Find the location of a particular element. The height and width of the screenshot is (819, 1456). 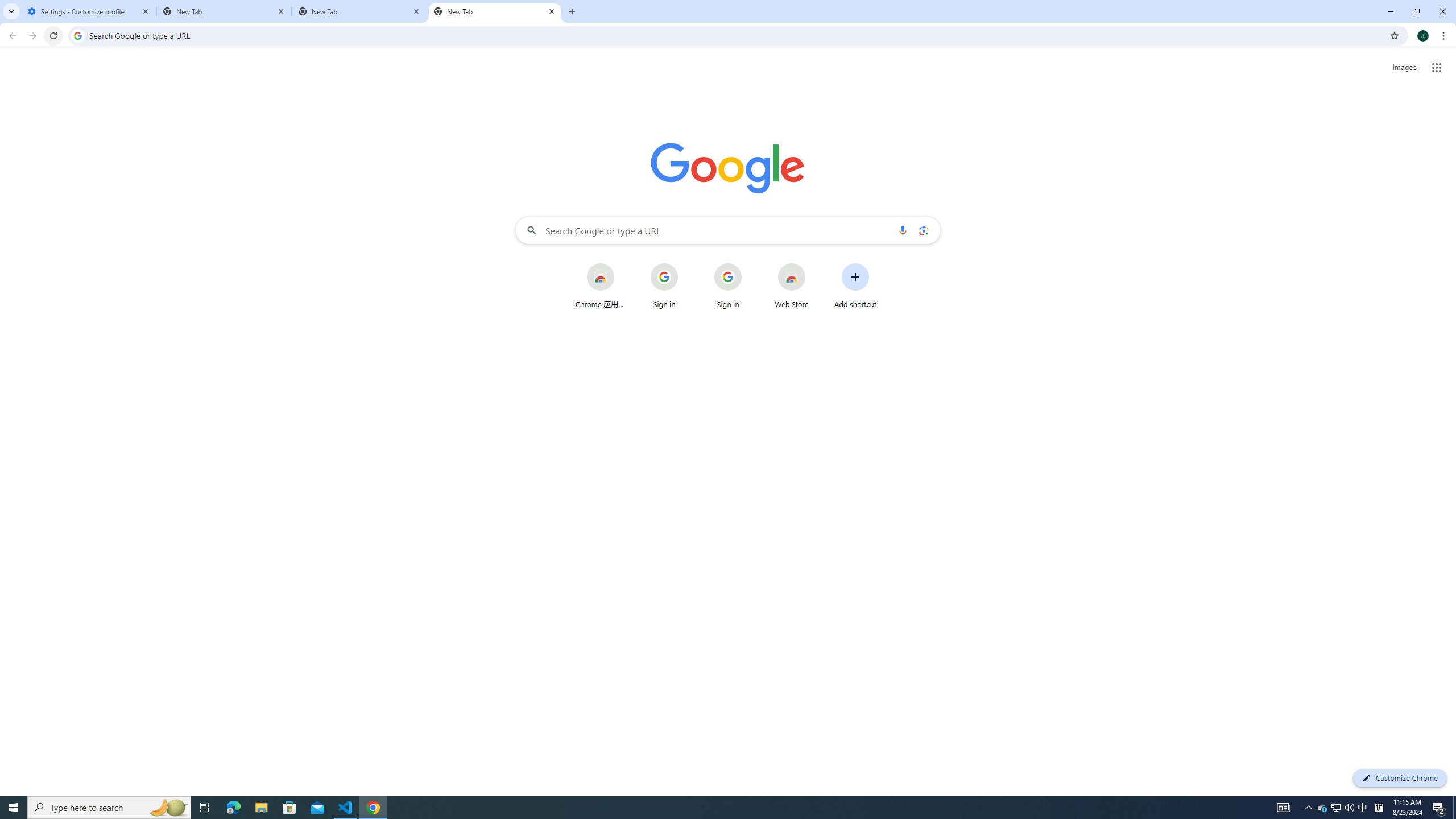

'New Tab' is located at coordinates (494, 11).